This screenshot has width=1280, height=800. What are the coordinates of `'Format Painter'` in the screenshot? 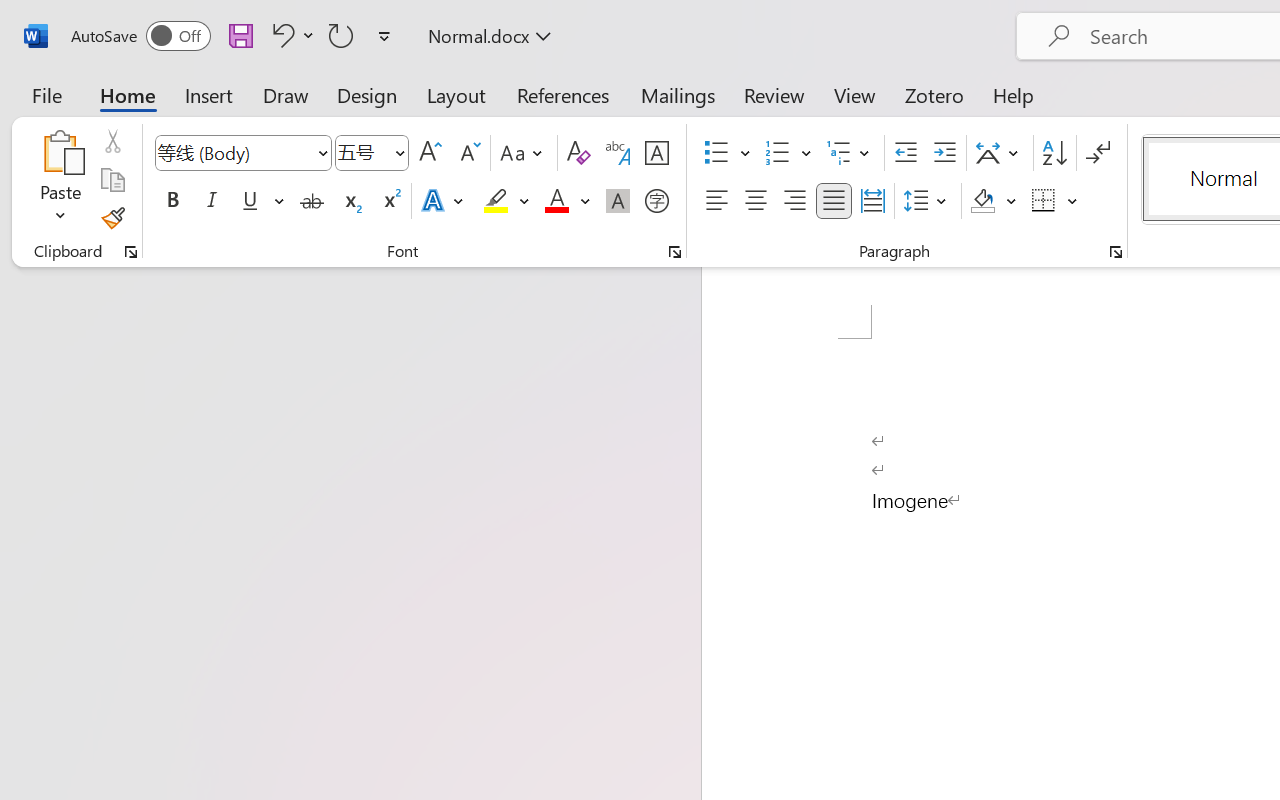 It's located at (111, 218).